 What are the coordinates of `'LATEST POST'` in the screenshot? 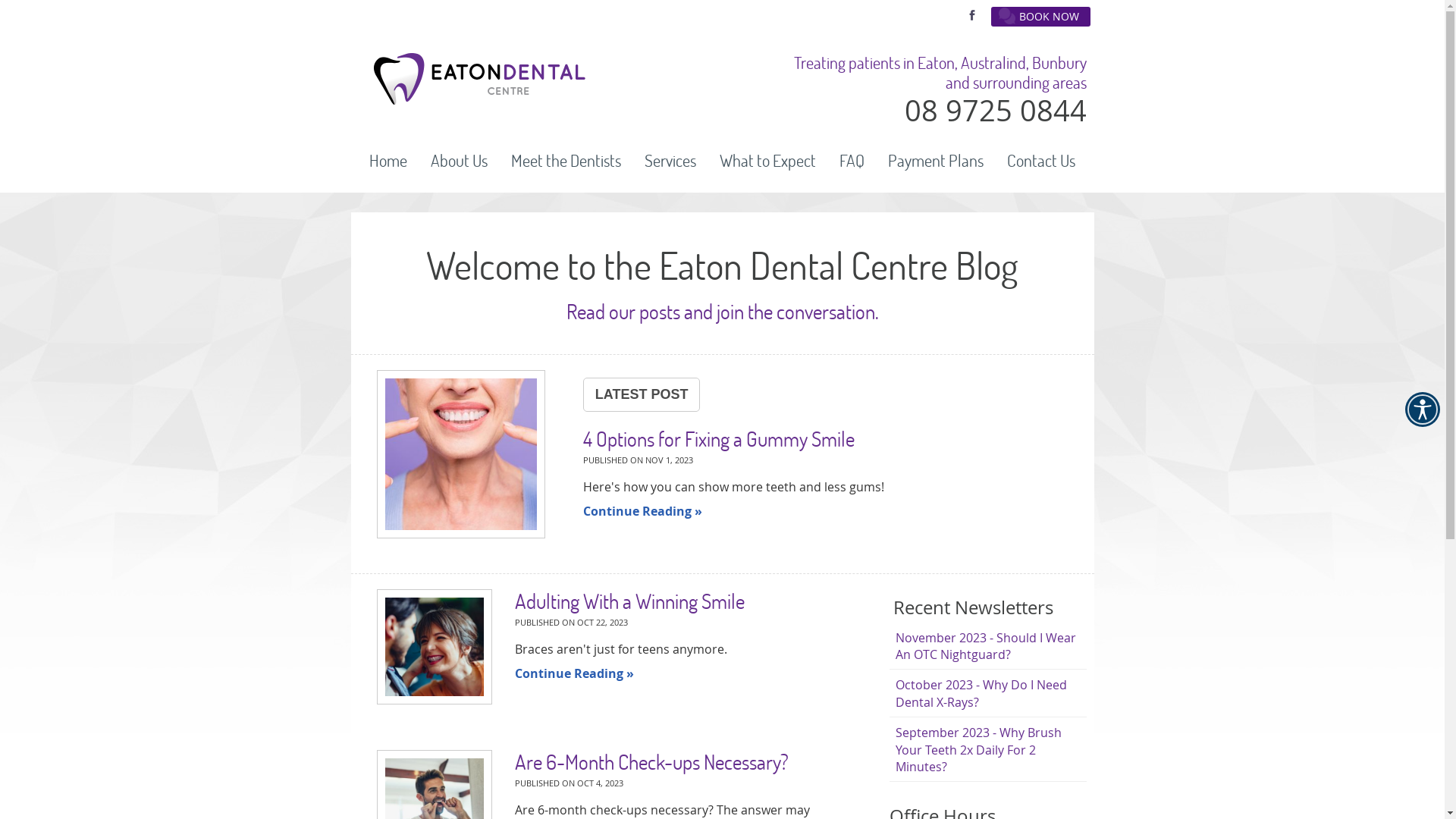 It's located at (582, 394).